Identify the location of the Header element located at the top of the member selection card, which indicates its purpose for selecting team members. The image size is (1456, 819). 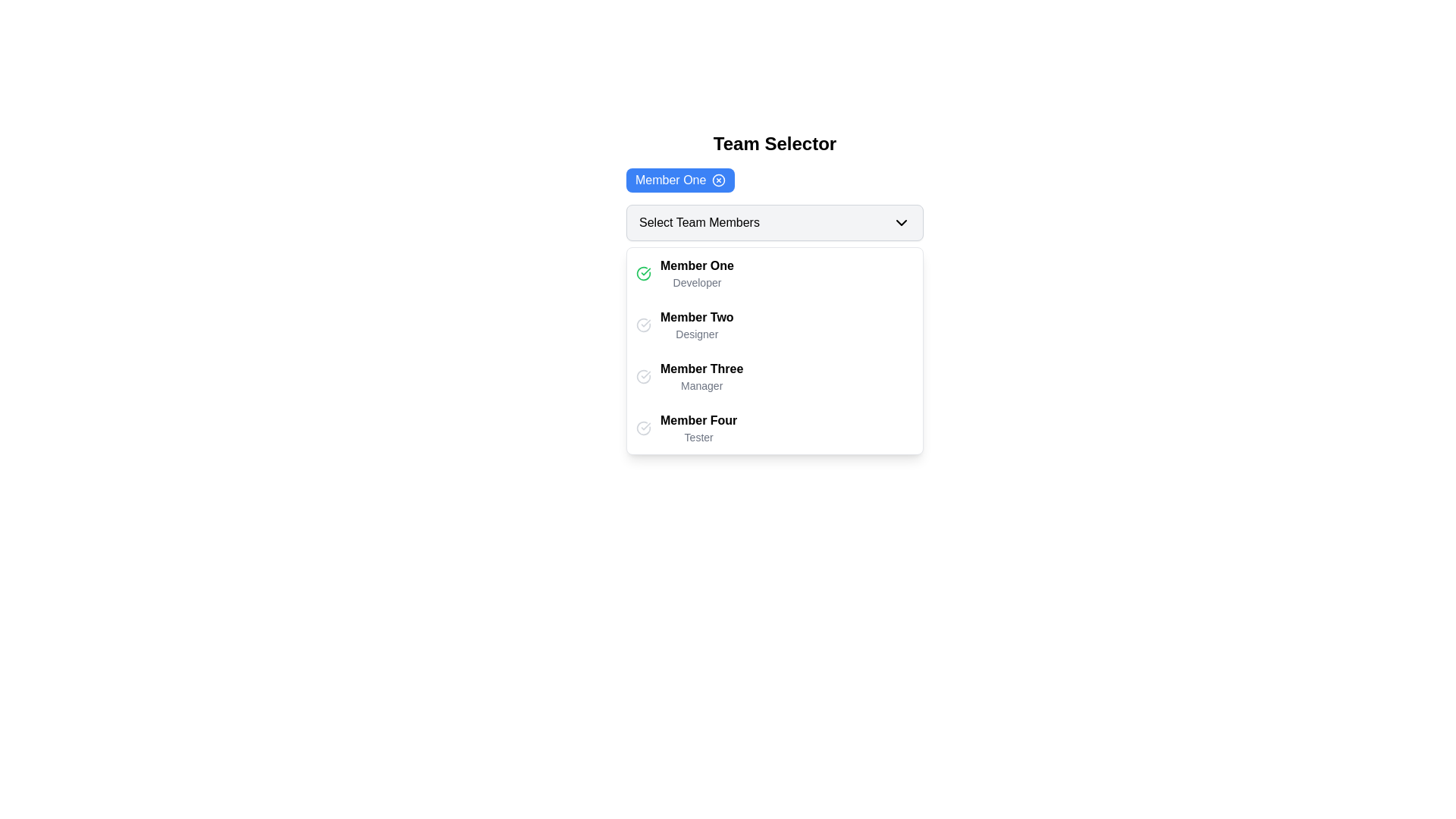
(775, 143).